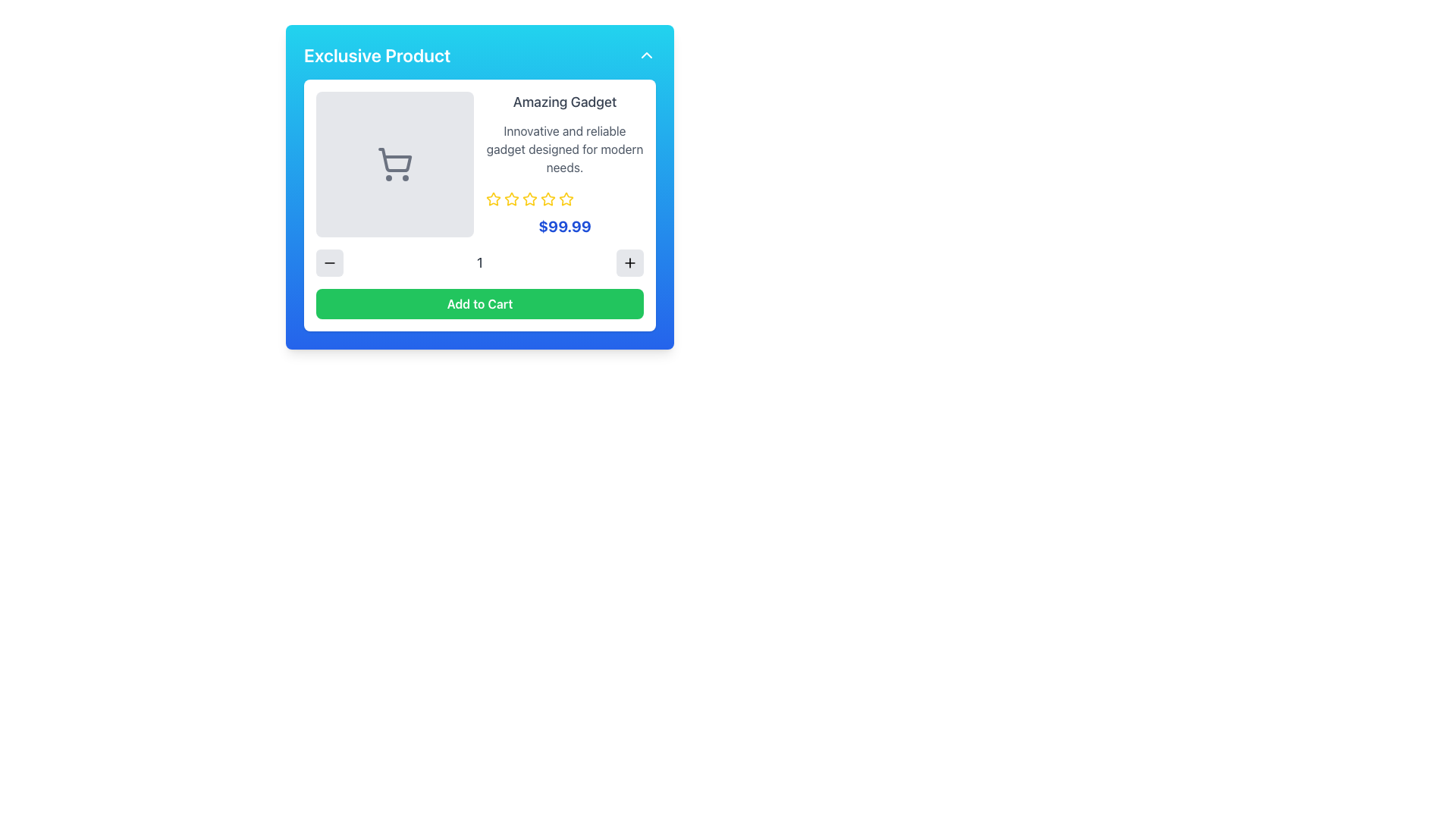 The image size is (1456, 819). What do you see at coordinates (329, 262) in the screenshot?
I see `the decrease quantity button positioned to the left of the numeric value '1'` at bounding box center [329, 262].